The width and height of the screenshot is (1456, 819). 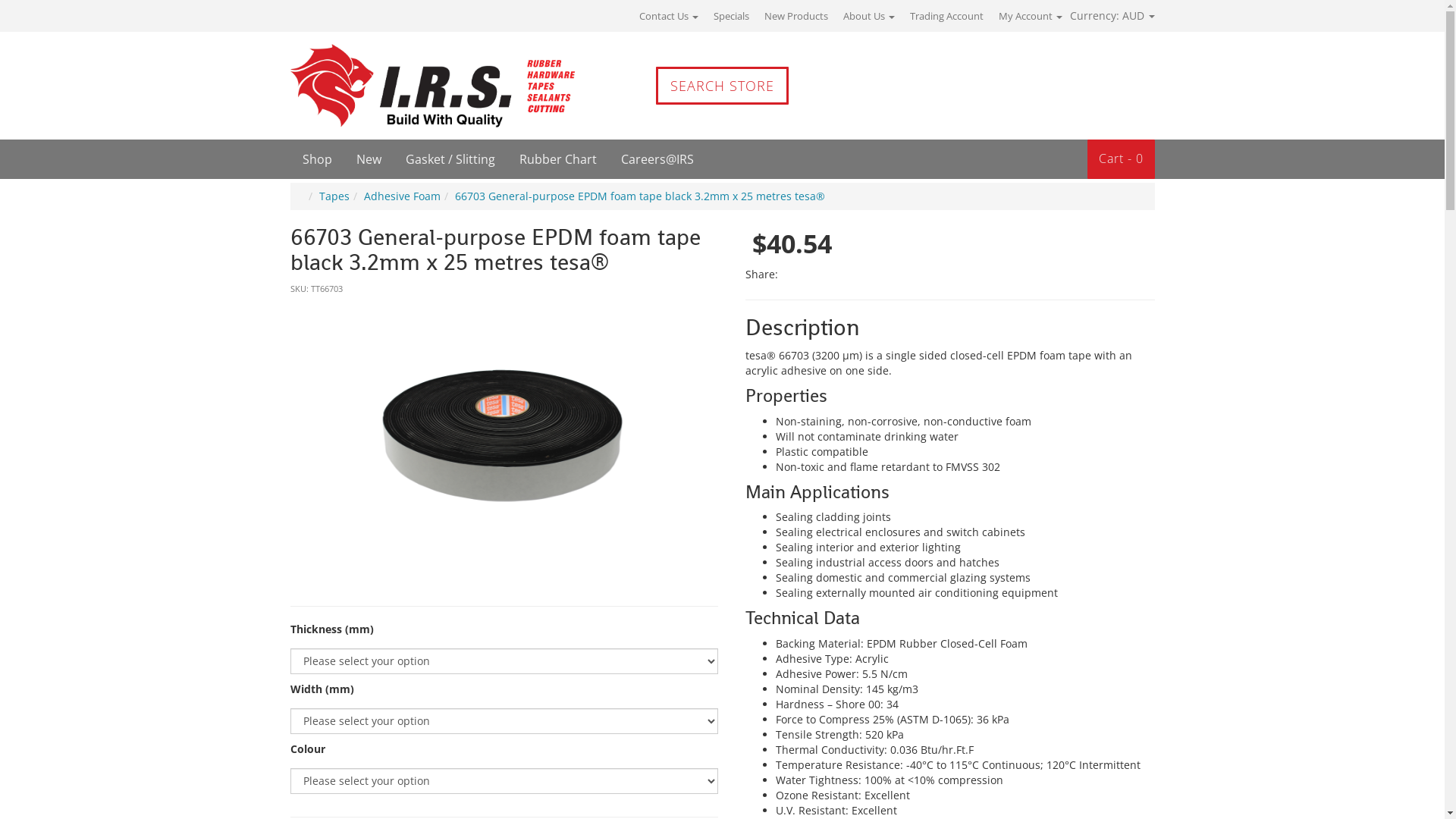 I want to click on 'Currency: AUD', so click(x=1107, y=15).